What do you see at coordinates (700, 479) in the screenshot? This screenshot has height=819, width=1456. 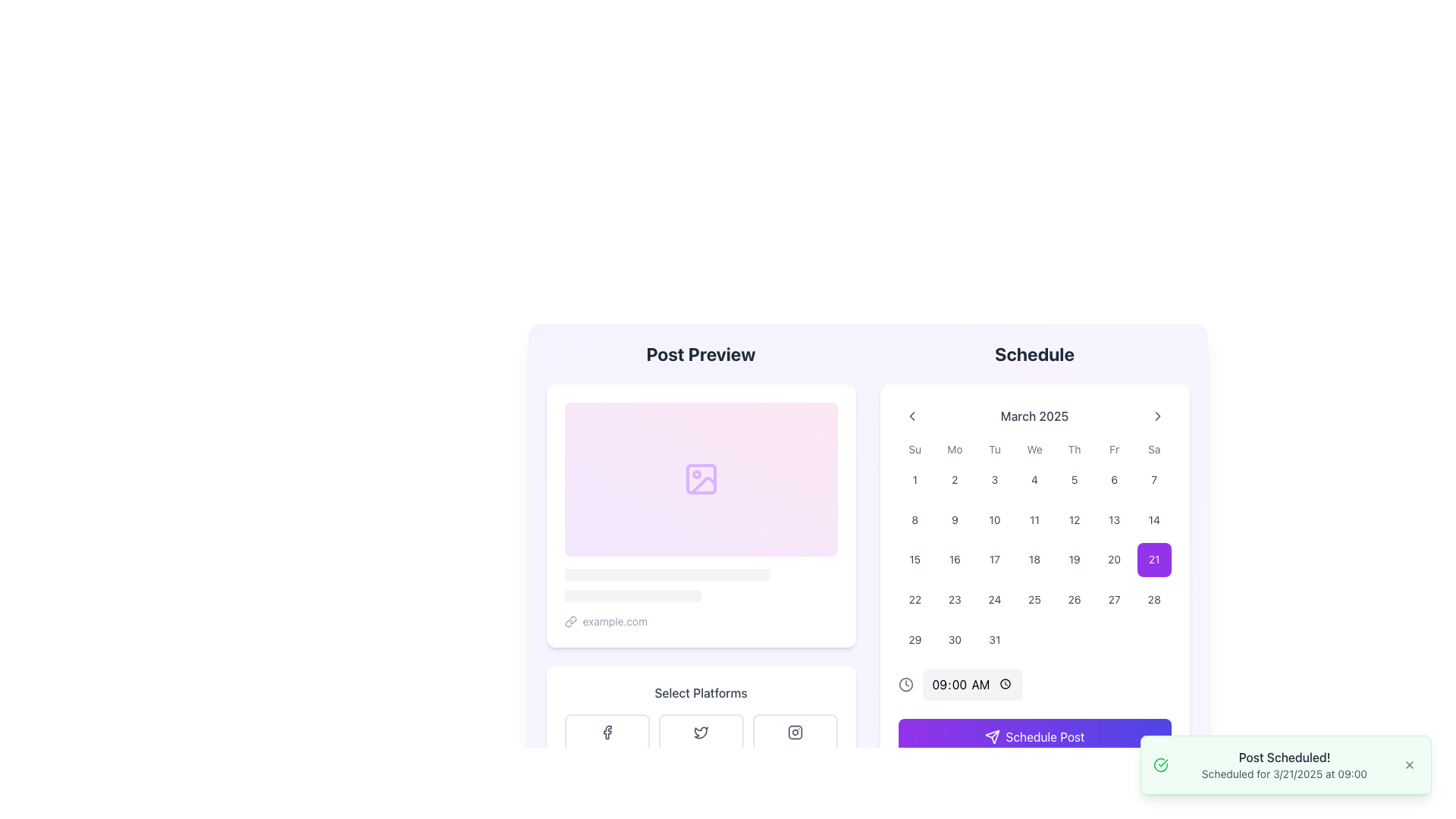 I see `the rectangular SVG element with curved corners located in the 'Post Preview' section of the interface, which is part of an icon resembling a picture representation` at bounding box center [700, 479].